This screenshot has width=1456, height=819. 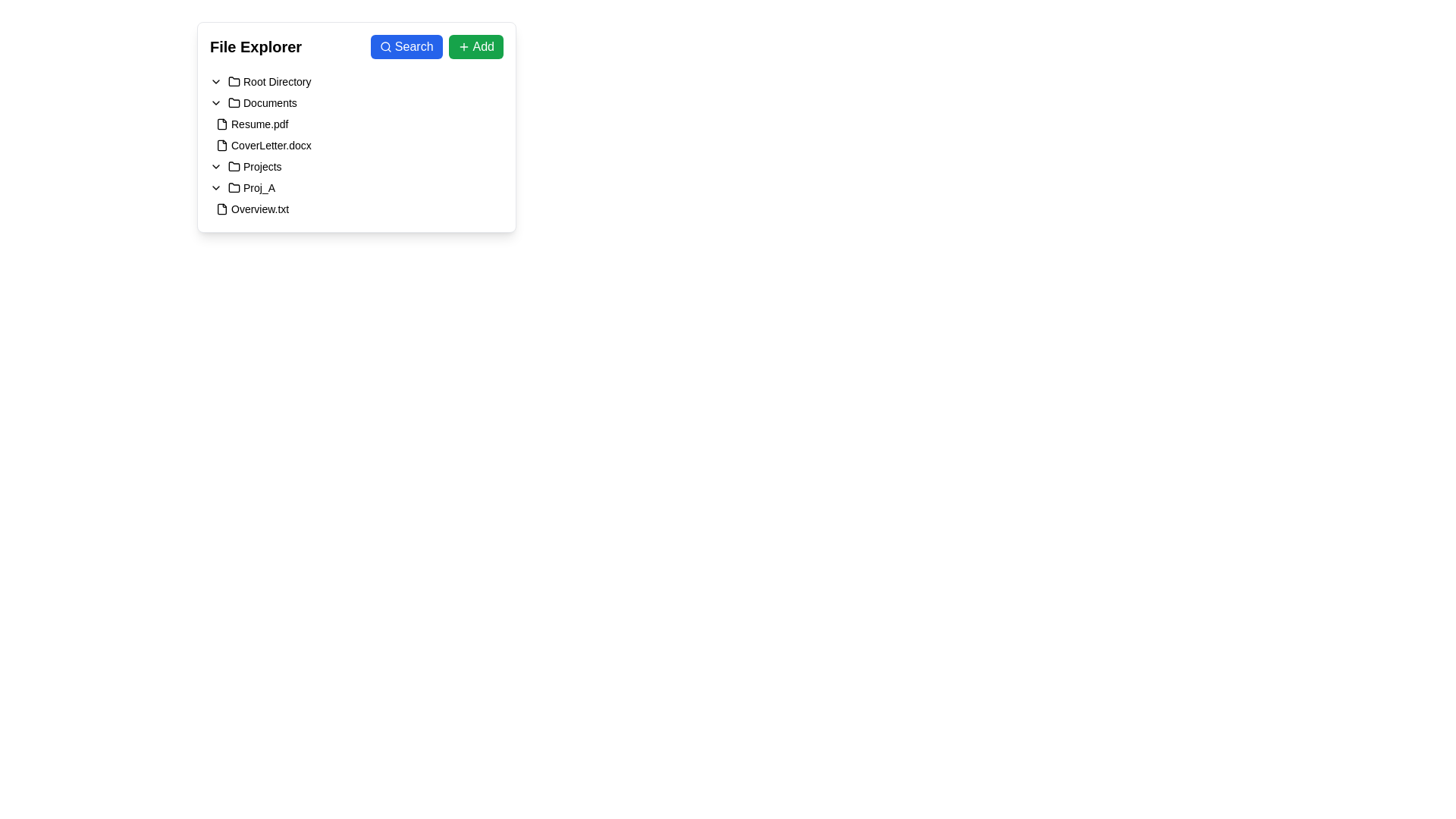 What do you see at coordinates (233, 102) in the screenshot?
I see `folder icon representing the 'Documents' directory in the file explorer, which is visually adjacent to the 'Documents' text element` at bounding box center [233, 102].